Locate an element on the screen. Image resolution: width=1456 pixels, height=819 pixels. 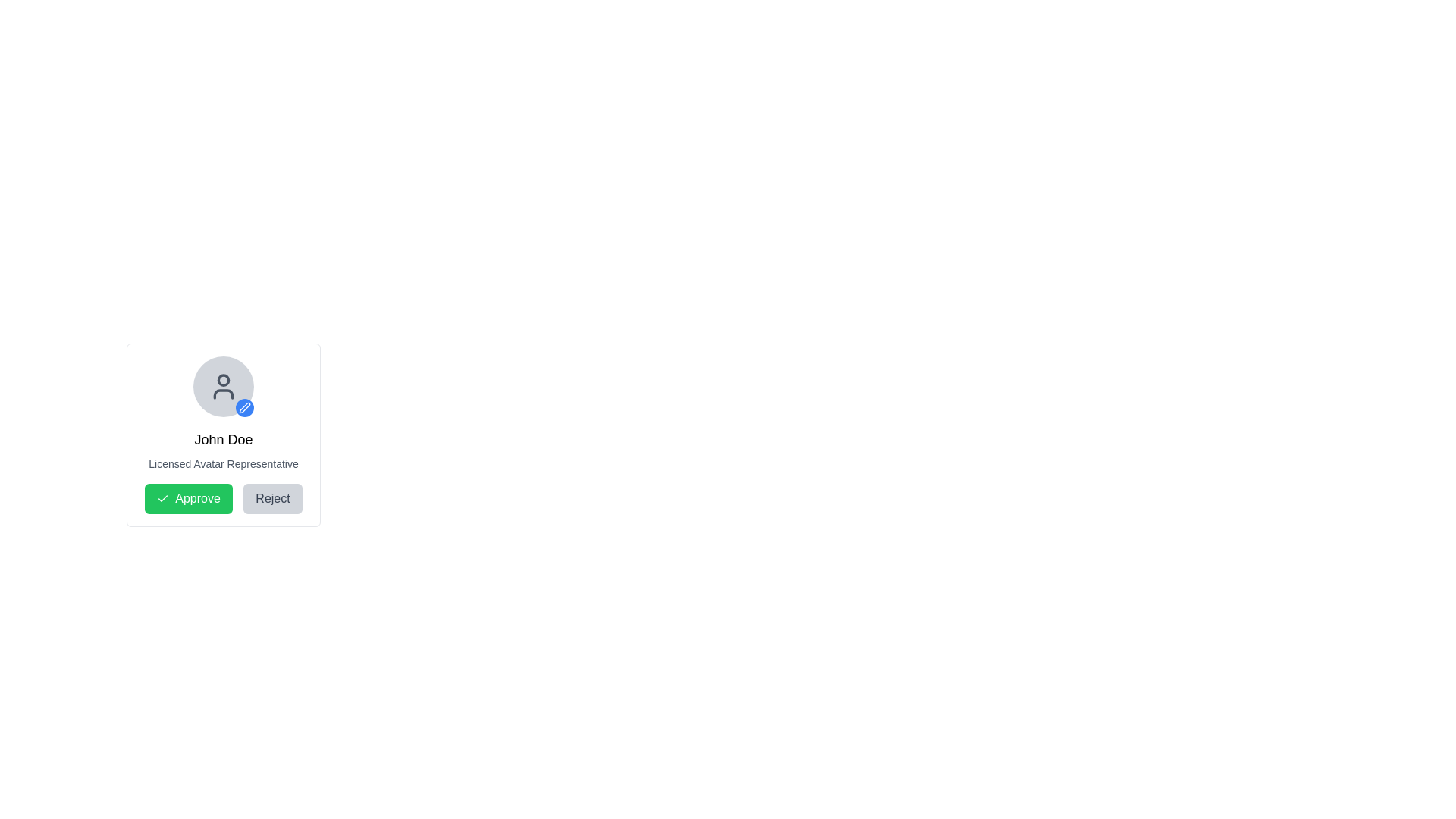
the 'Edit' button, which is a circular clickable button with a blue background located in the bottom-right corner of the avatar image in the card component is located at coordinates (244, 406).